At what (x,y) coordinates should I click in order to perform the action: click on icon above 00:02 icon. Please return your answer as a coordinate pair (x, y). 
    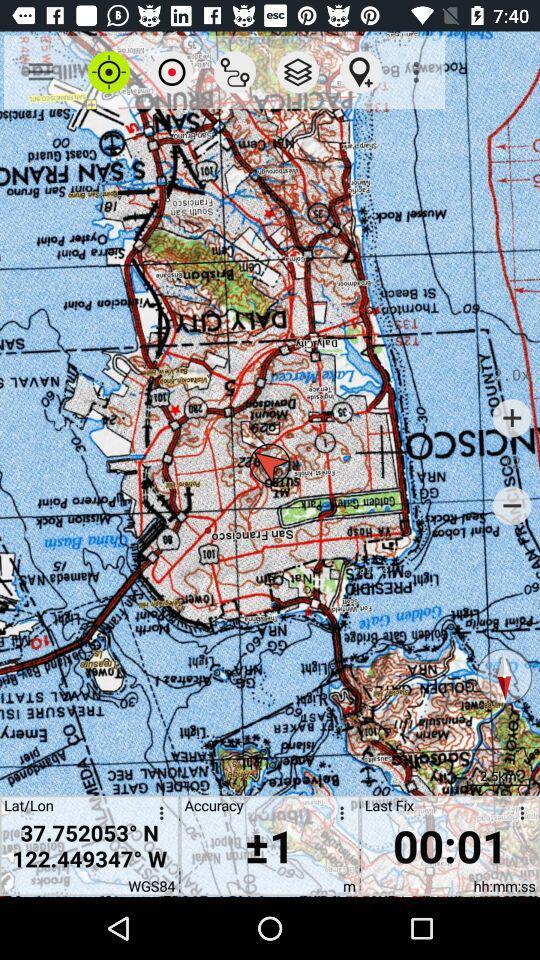
    Looking at the image, I should click on (503, 676).